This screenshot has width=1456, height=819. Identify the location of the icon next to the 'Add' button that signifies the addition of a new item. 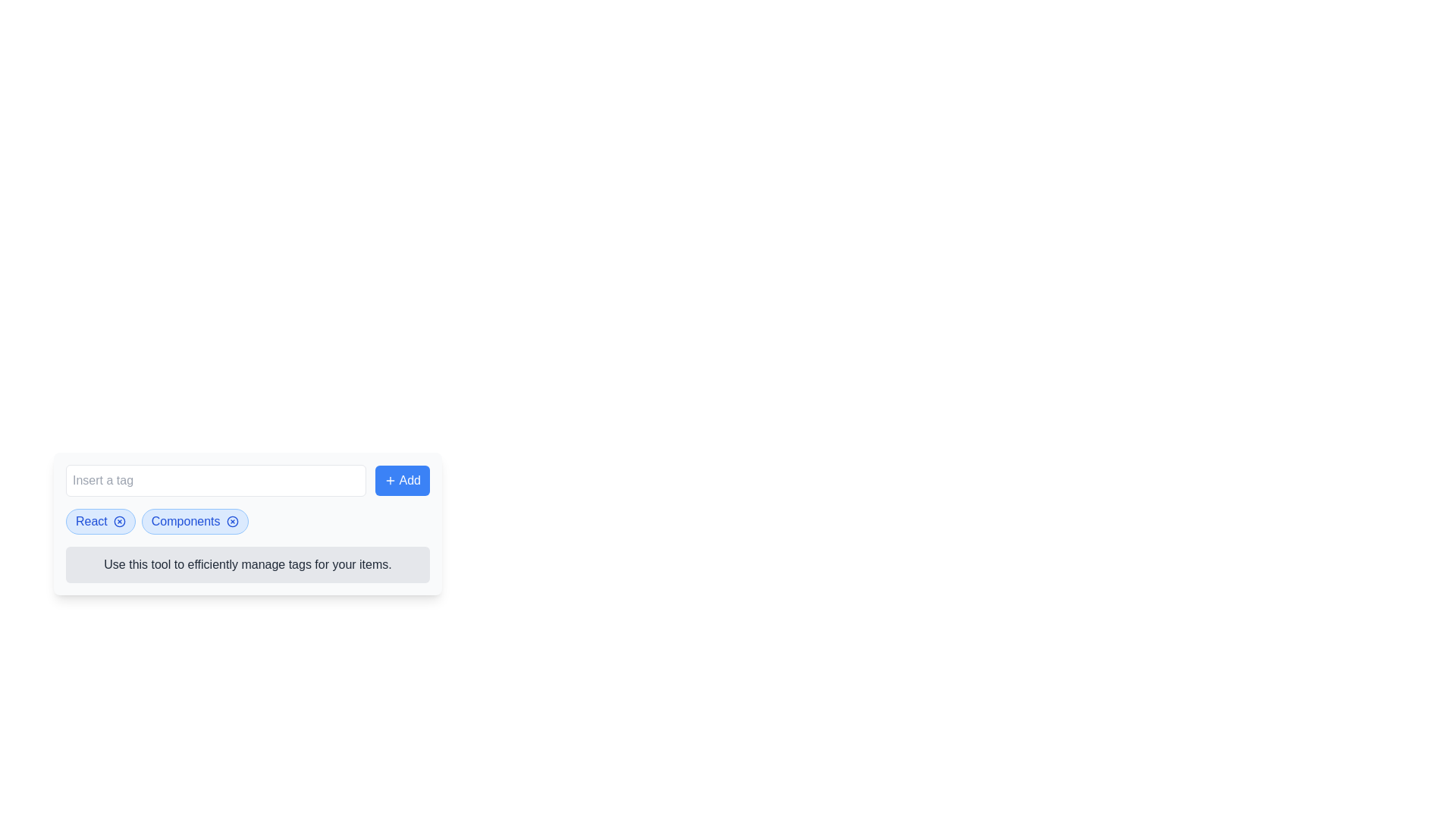
(390, 480).